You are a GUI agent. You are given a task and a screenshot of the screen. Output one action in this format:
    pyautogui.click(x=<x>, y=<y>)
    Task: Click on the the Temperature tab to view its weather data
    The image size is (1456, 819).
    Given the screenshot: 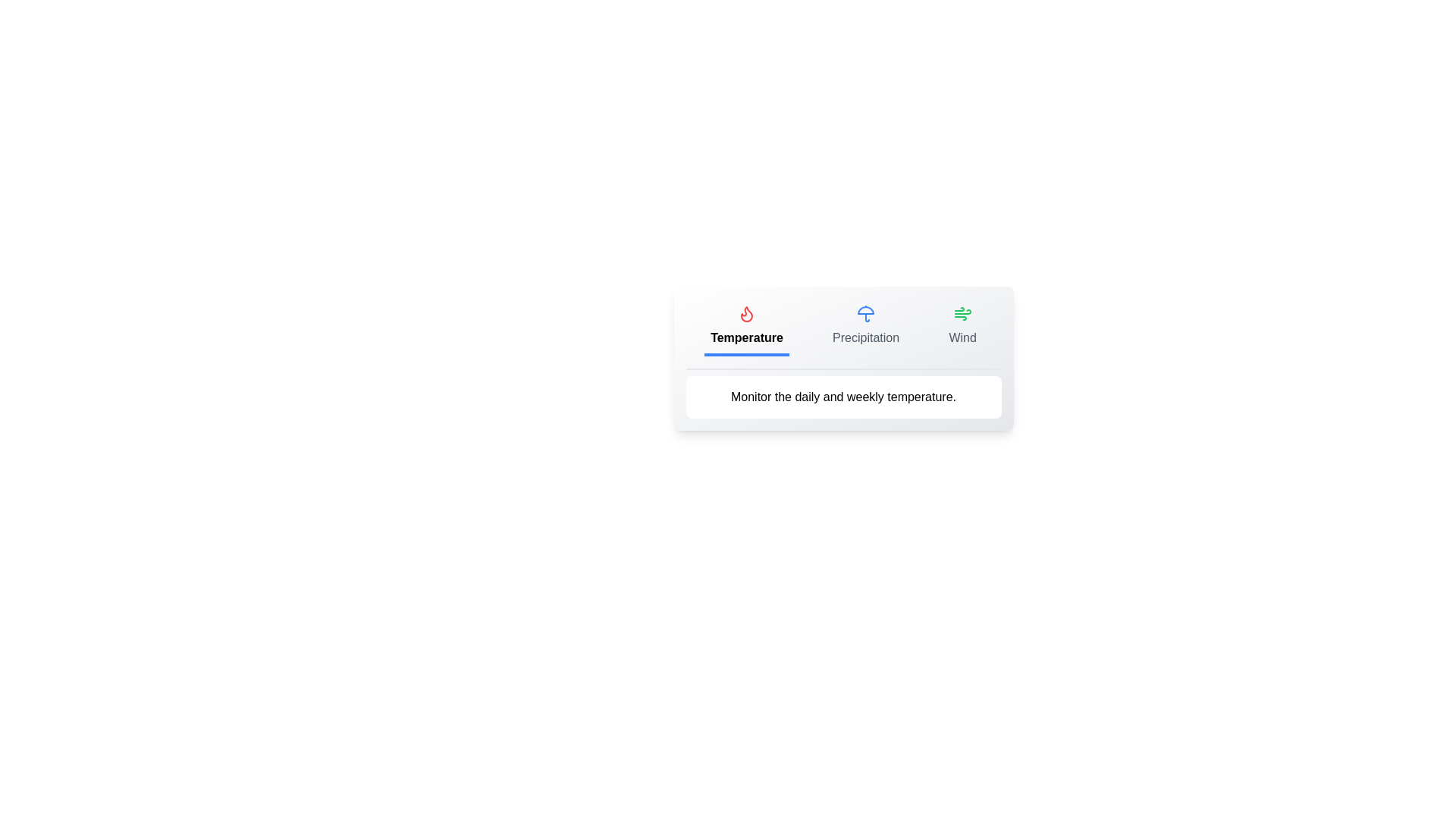 What is the action you would take?
    pyautogui.click(x=746, y=327)
    